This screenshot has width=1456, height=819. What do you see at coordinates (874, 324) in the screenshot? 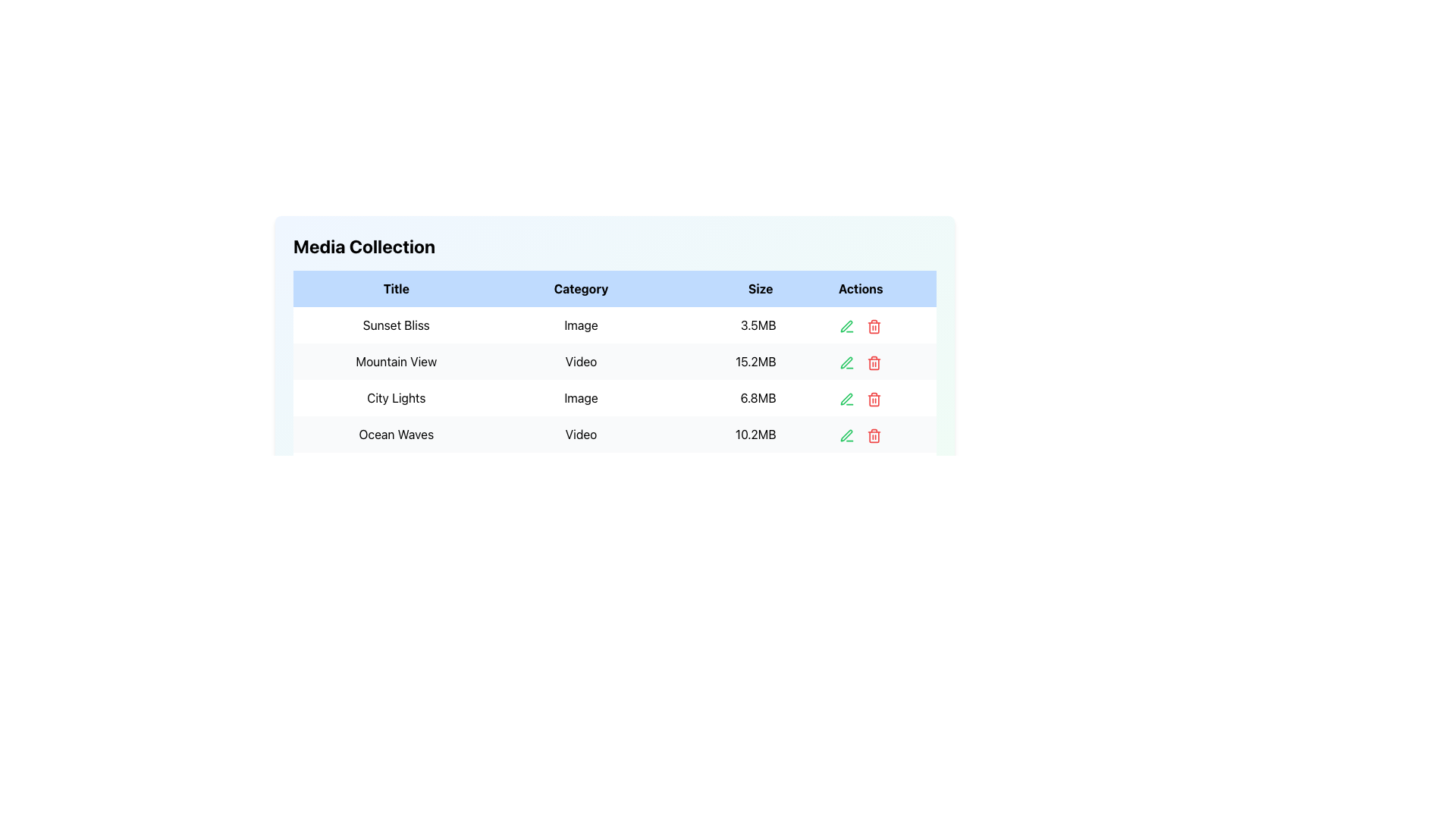
I see `the delete button located` at bounding box center [874, 324].